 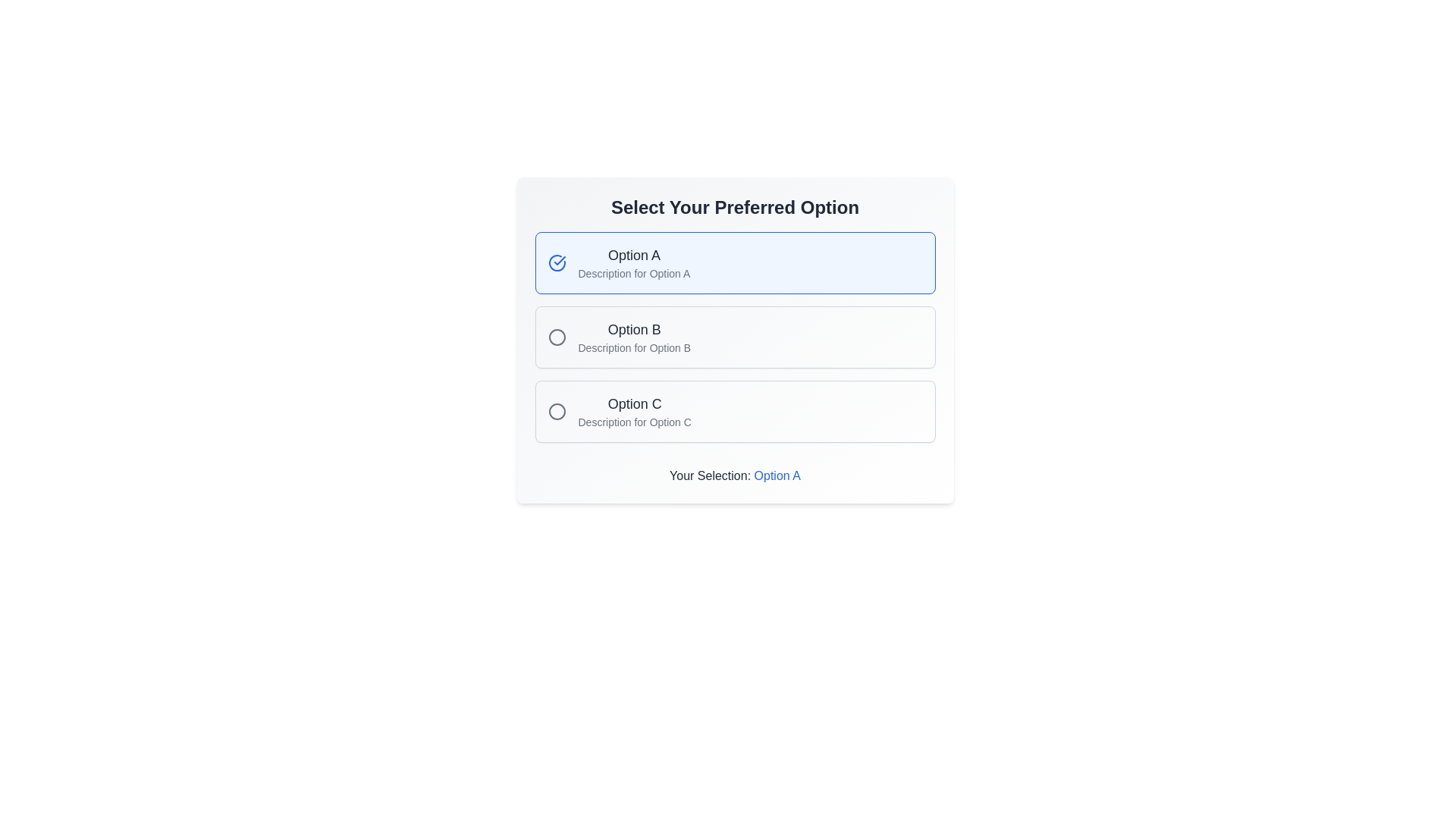 What do you see at coordinates (735, 412) in the screenshot?
I see `the radio button labeled 'Option C'` at bounding box center [735, 412].